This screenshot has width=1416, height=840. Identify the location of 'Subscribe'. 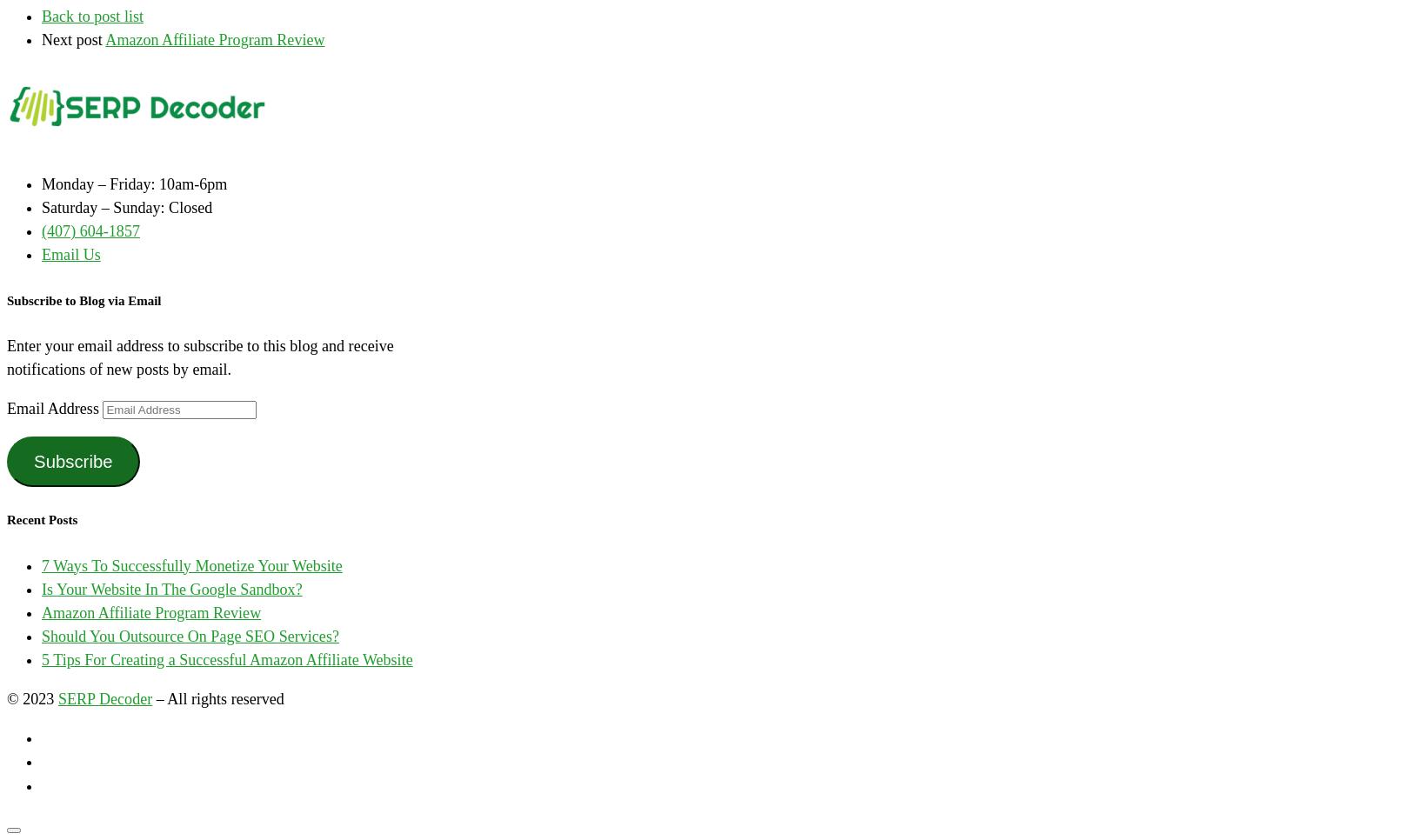
(72, 461).